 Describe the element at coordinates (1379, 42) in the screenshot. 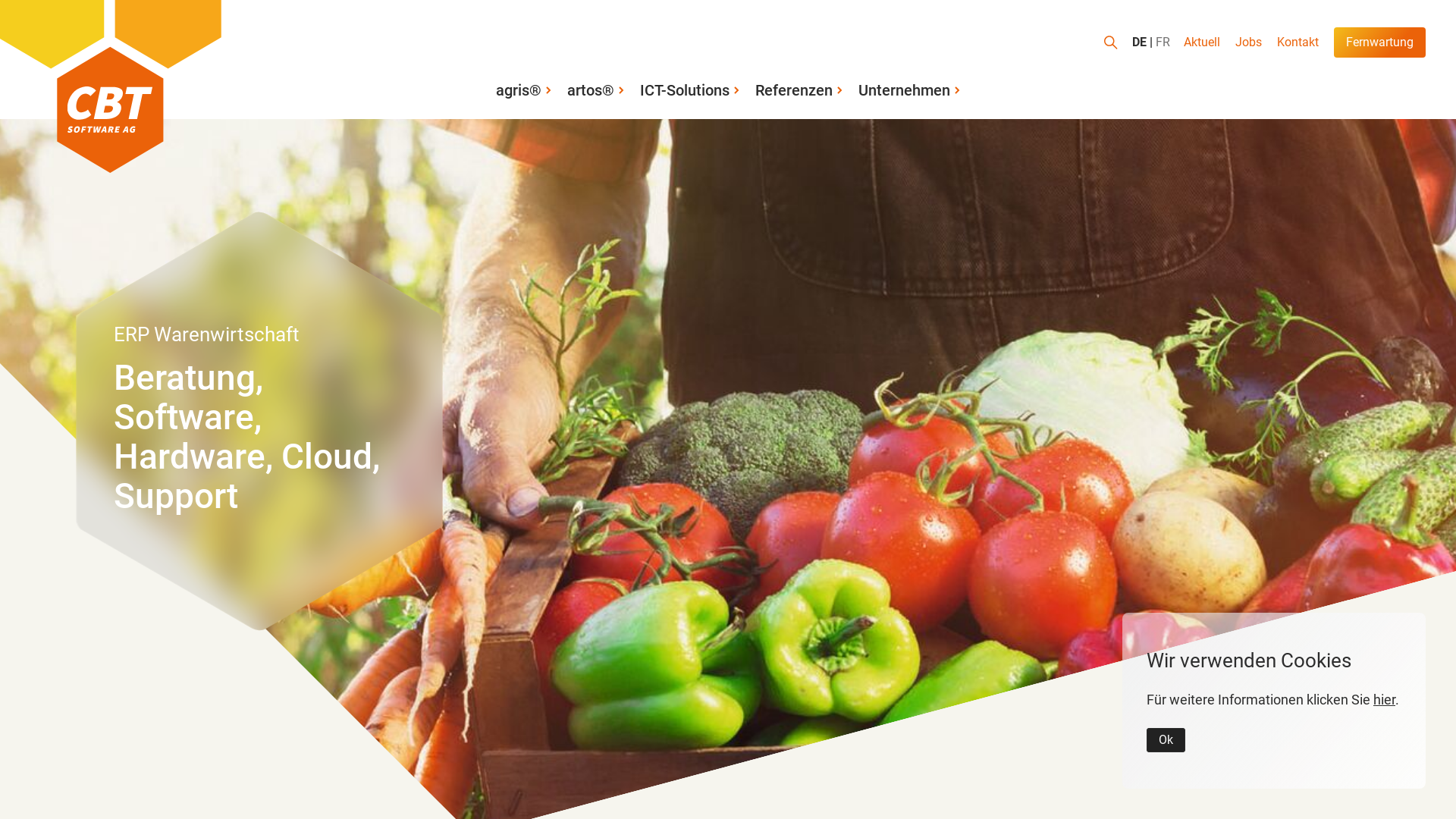

I see `'Fernwartung'` at that location.